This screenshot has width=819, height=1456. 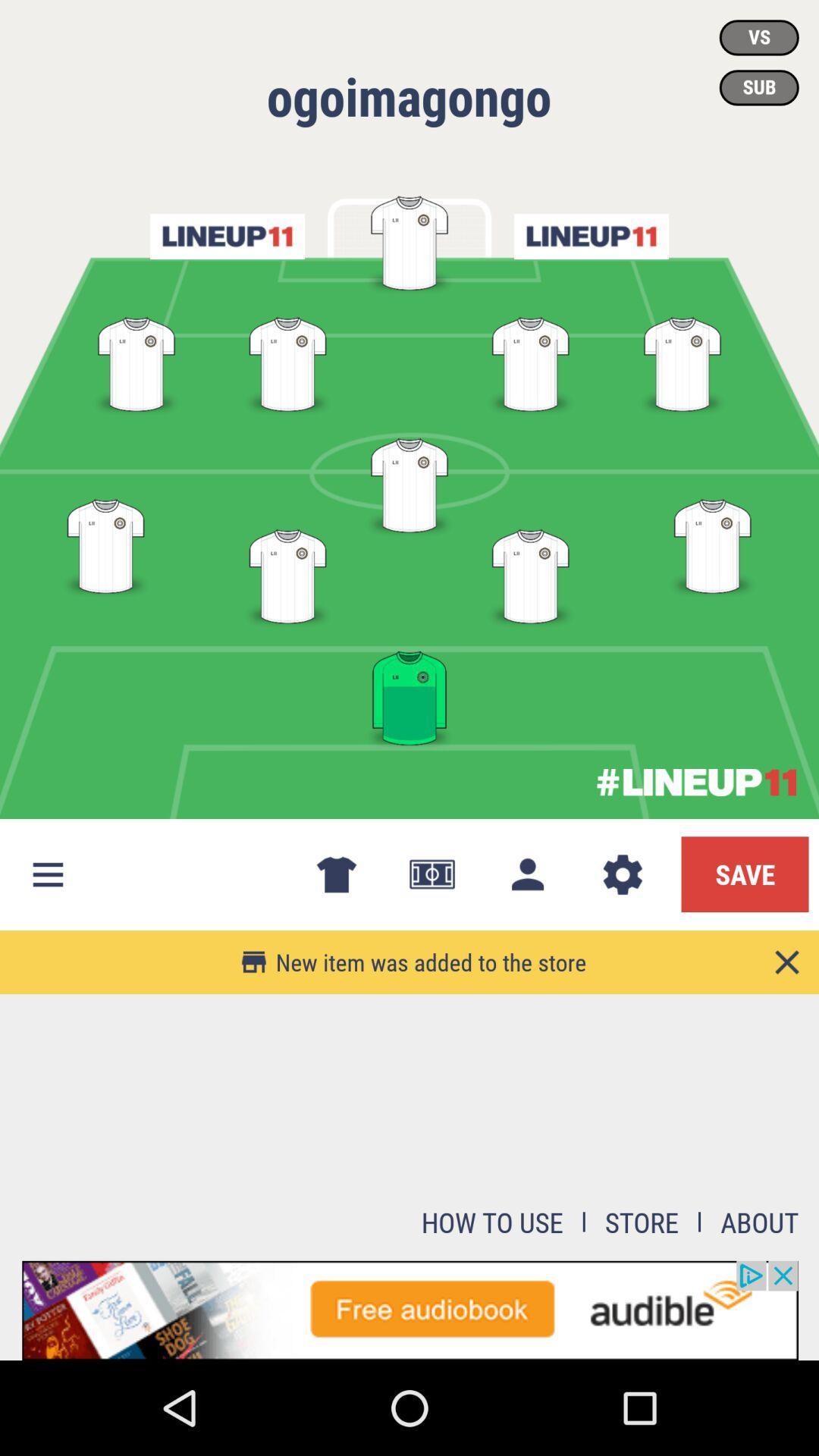 What do you see at coordinates (526, 874) in the screenshot?
I see `the avatar icon` at bounding box center [526, 874].